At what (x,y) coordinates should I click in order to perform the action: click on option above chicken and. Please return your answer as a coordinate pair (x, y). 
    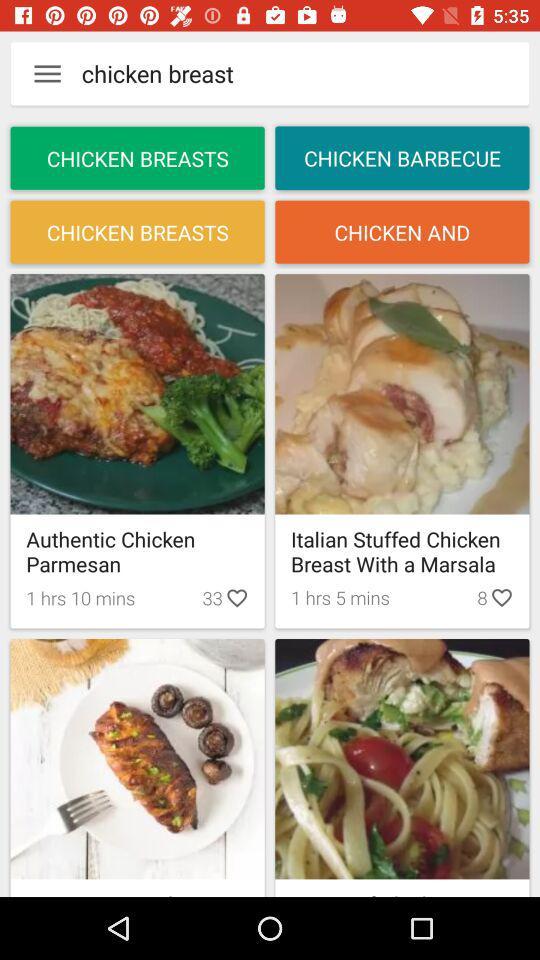
    Looking at the image, I should click on (402, 157).